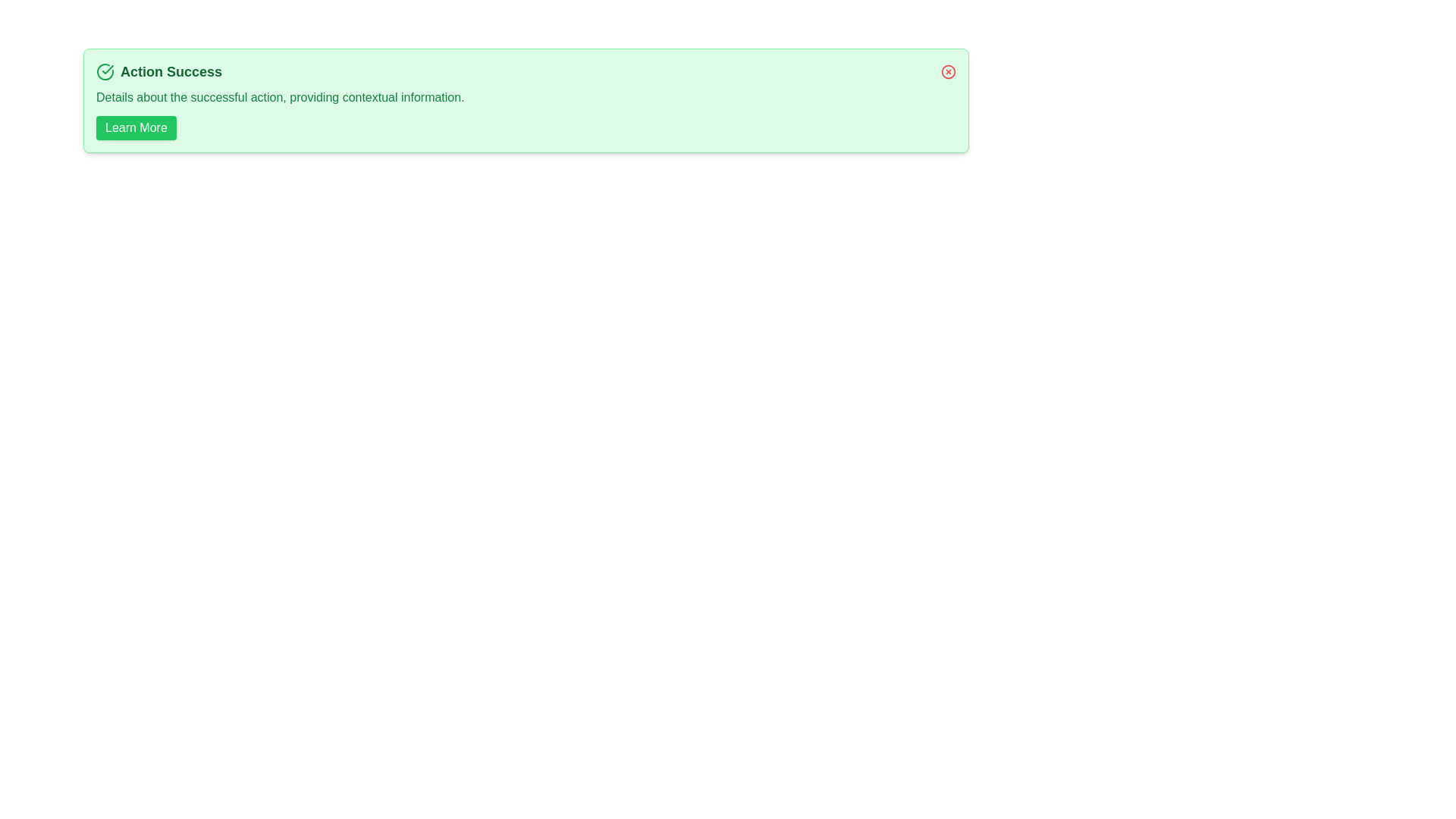  Describe the element at coordinates (948, 72) in the screenshot. I see `the close button to dismiss the alert` at that location.